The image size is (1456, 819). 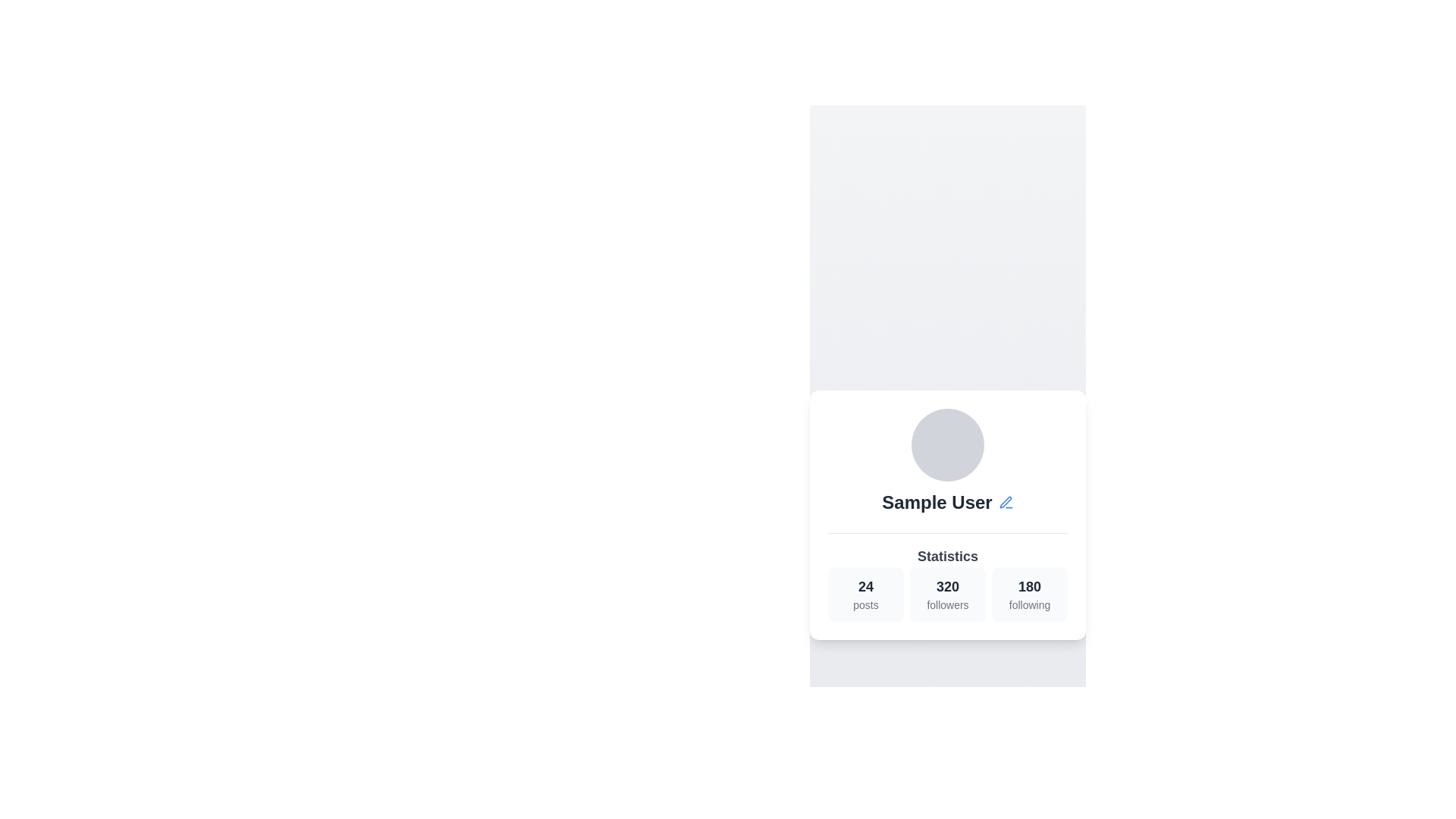 What do you see at coordinates (1030, 604) in the screenshot?
I see `static text label that displays the word 'following', which is styled in a small gray font and positioned below the number '180' in the statistics section` at bounding box center [1030, 604].